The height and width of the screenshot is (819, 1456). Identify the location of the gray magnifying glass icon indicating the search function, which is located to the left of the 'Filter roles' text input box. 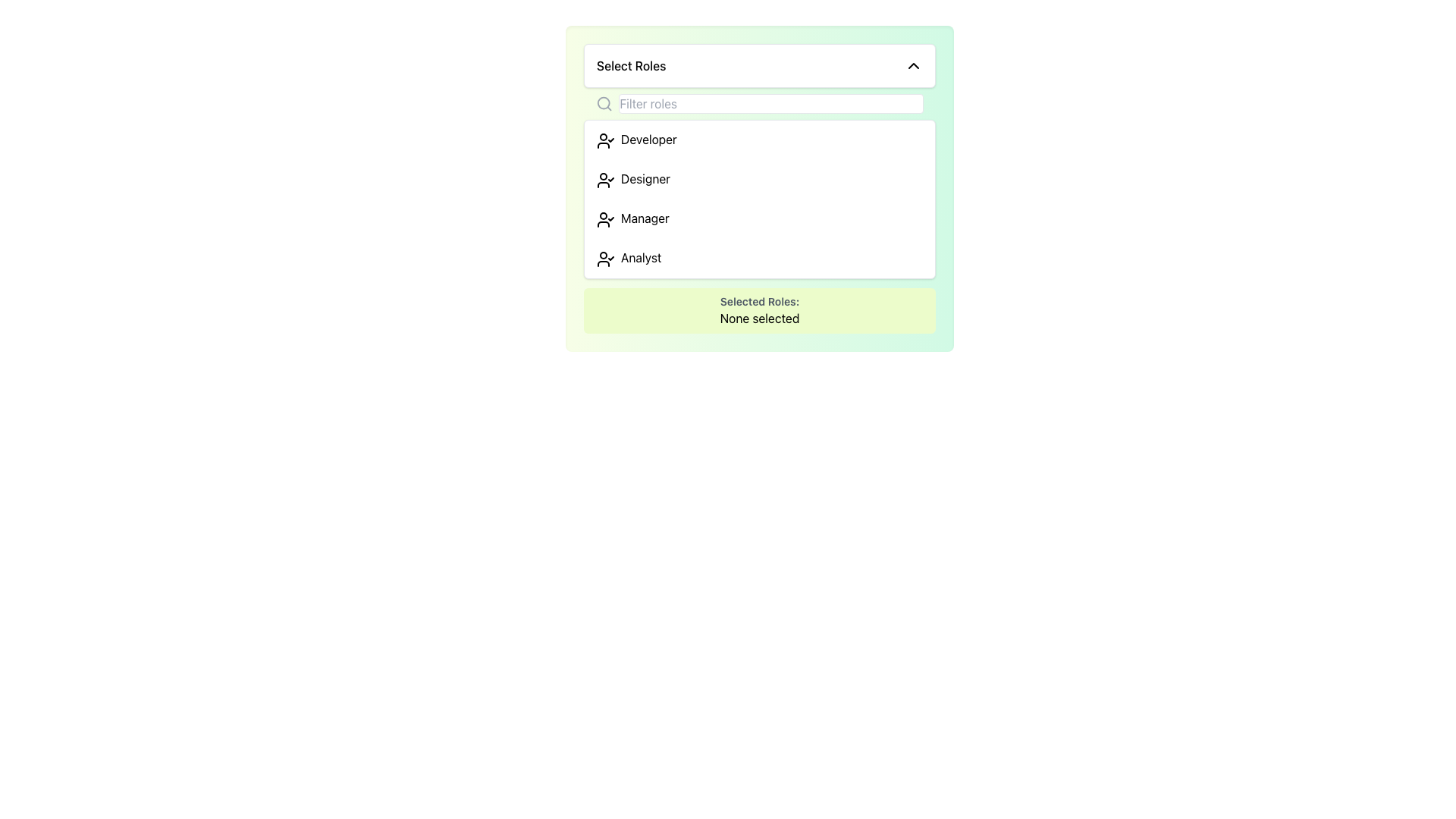
(604, 103).